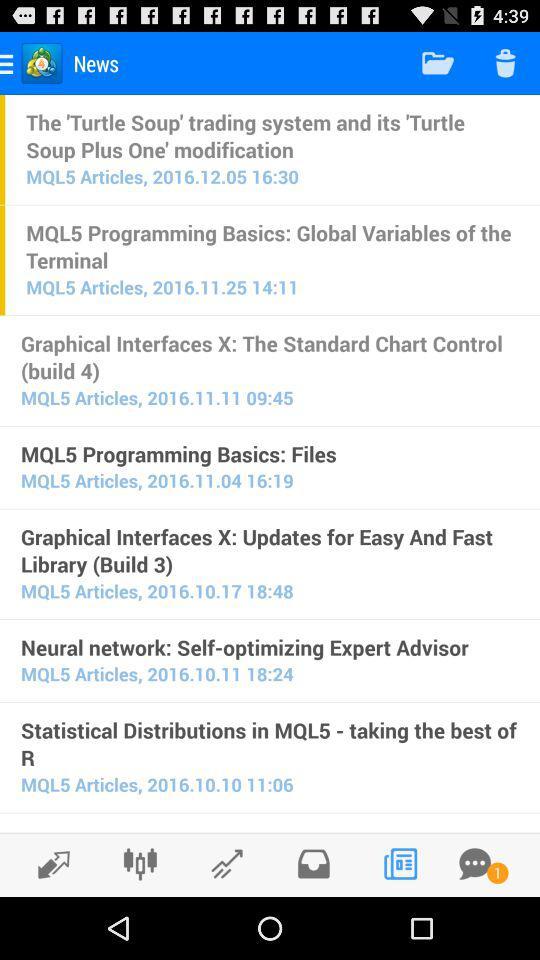  Describe the element at coordinates (271, 134) in the screenshot. I see `the the turtle soup icon` at that location.